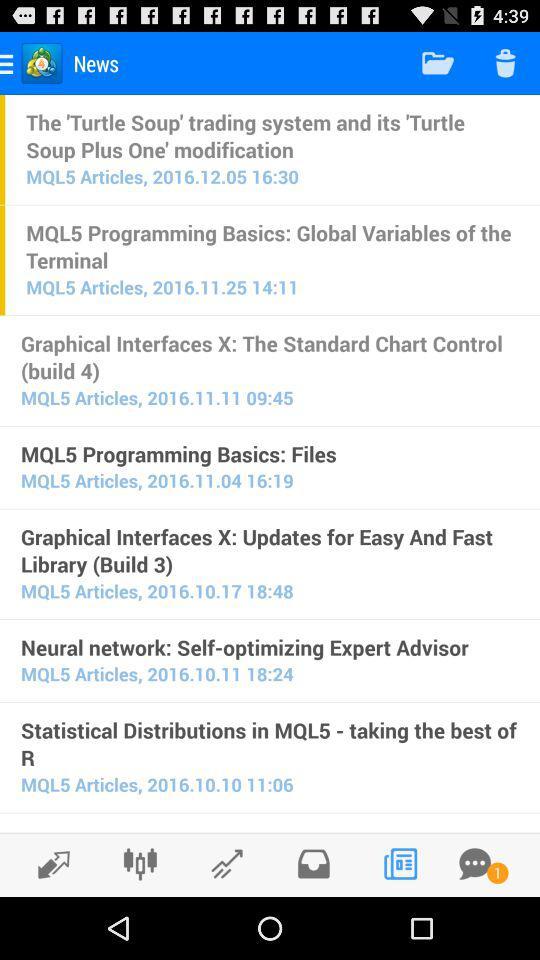  Describe the element at coordinates (271, 134) in the screenshot. I see `the the turtle soup icon` at that location.